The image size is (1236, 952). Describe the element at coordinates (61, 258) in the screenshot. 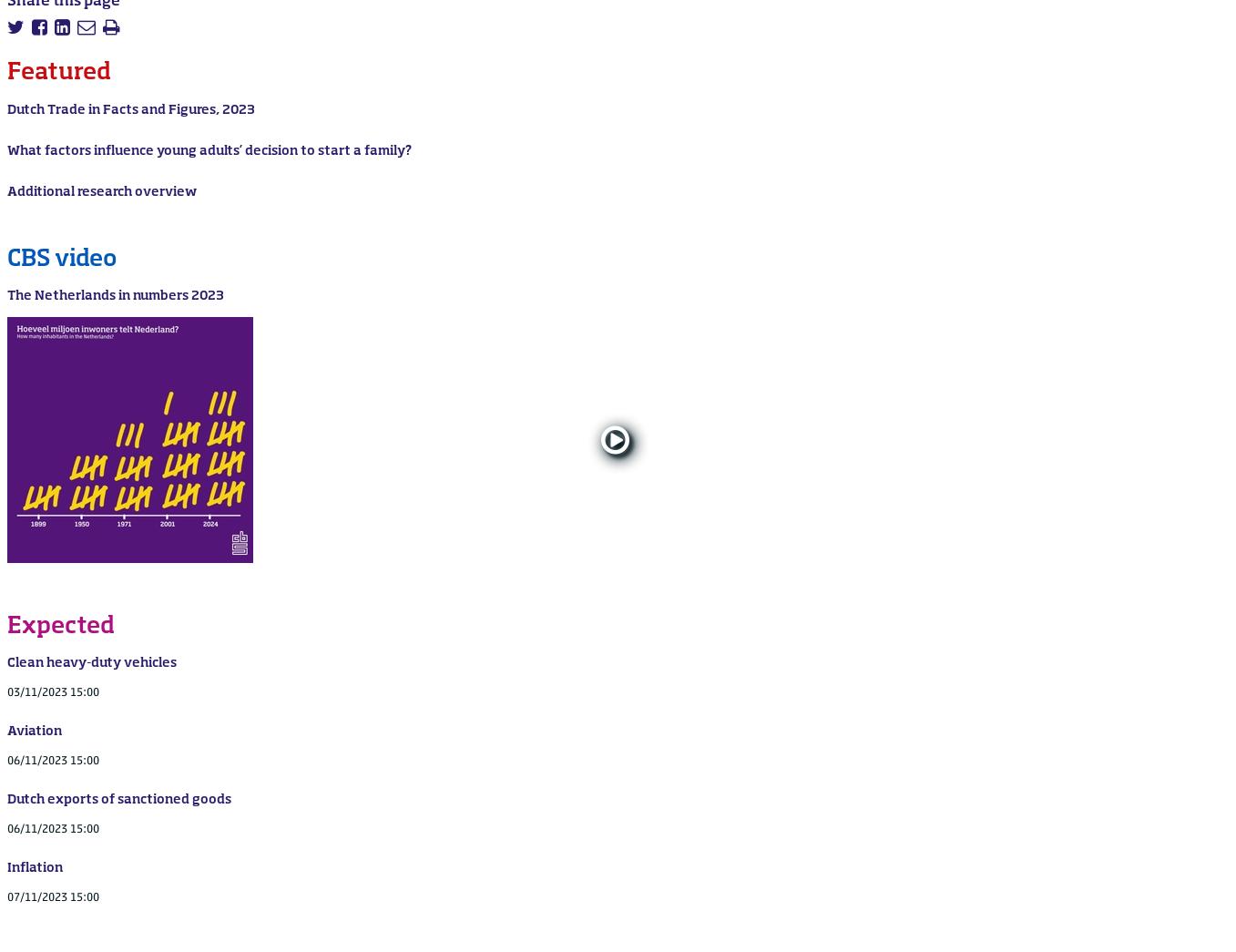

I see `'CBS video'` at that location.